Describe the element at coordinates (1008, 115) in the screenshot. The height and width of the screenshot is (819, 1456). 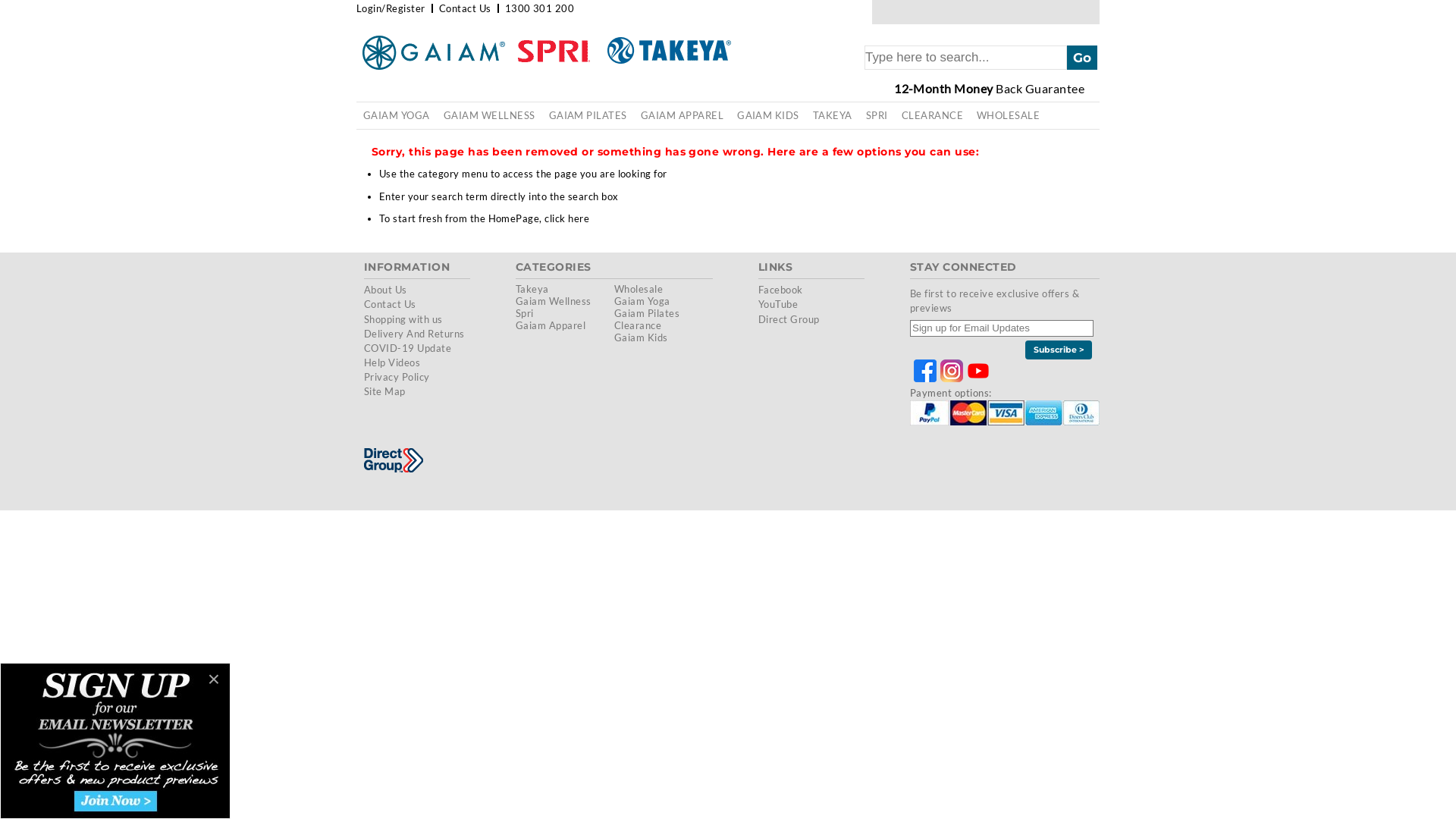
I see `'WHOLESALE'` at that location.